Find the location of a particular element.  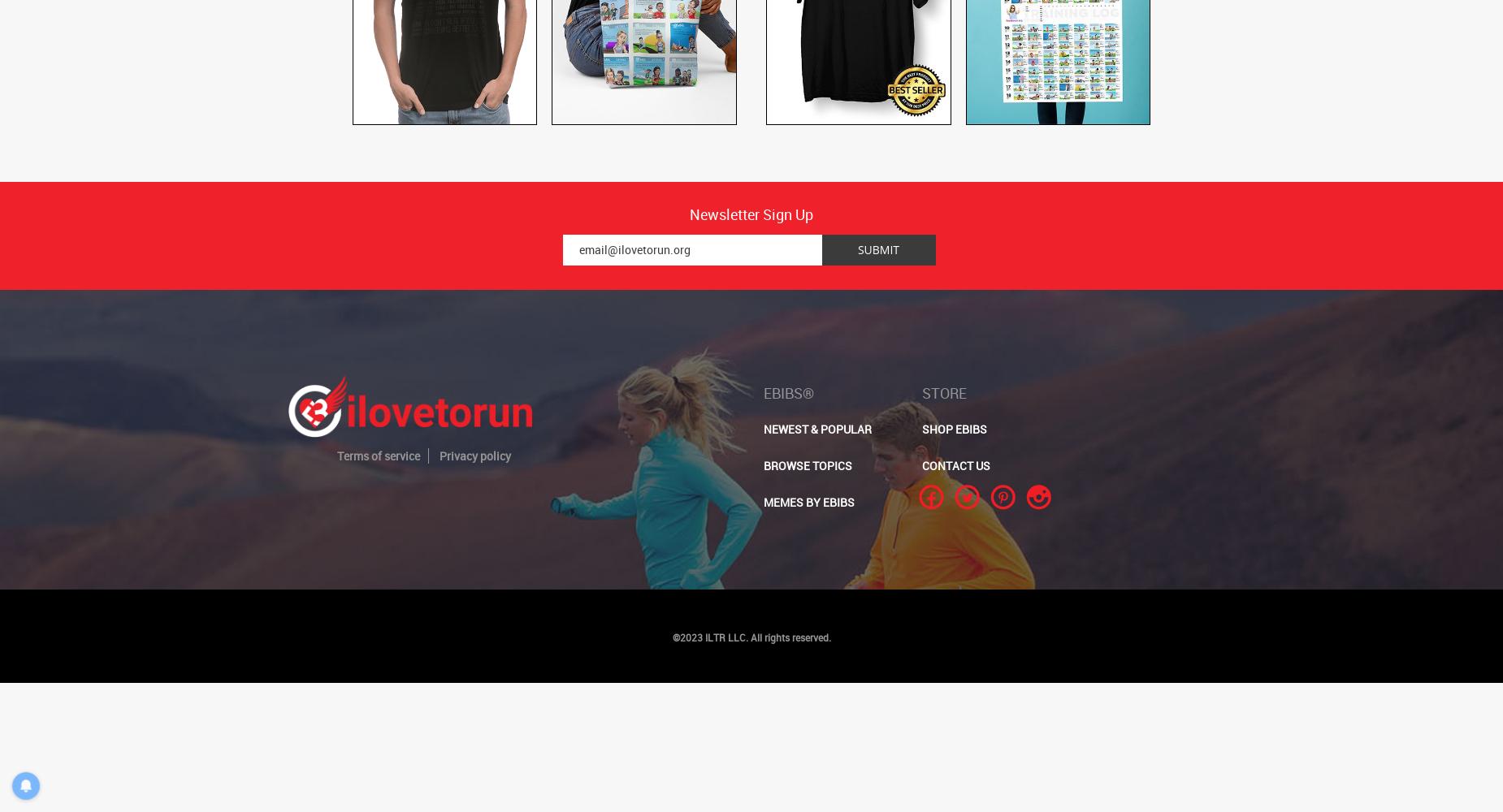

'©2023 ILTR LLC. All rights reserved.' is located at coordinates (671, 637).